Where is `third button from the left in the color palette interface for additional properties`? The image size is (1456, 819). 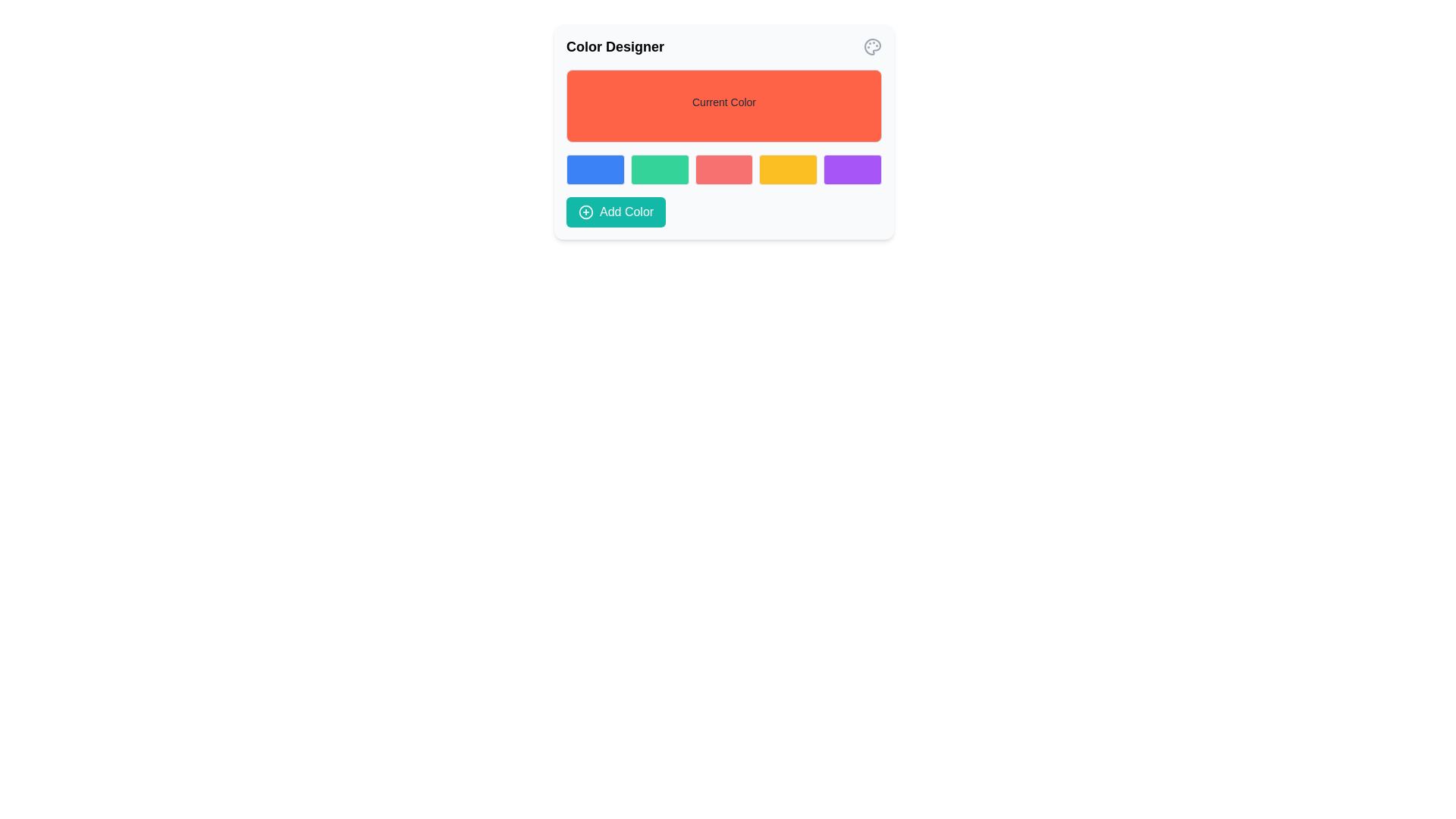
third button from the left in the color palette interface for additional properties is located at coordinates (723, 169).